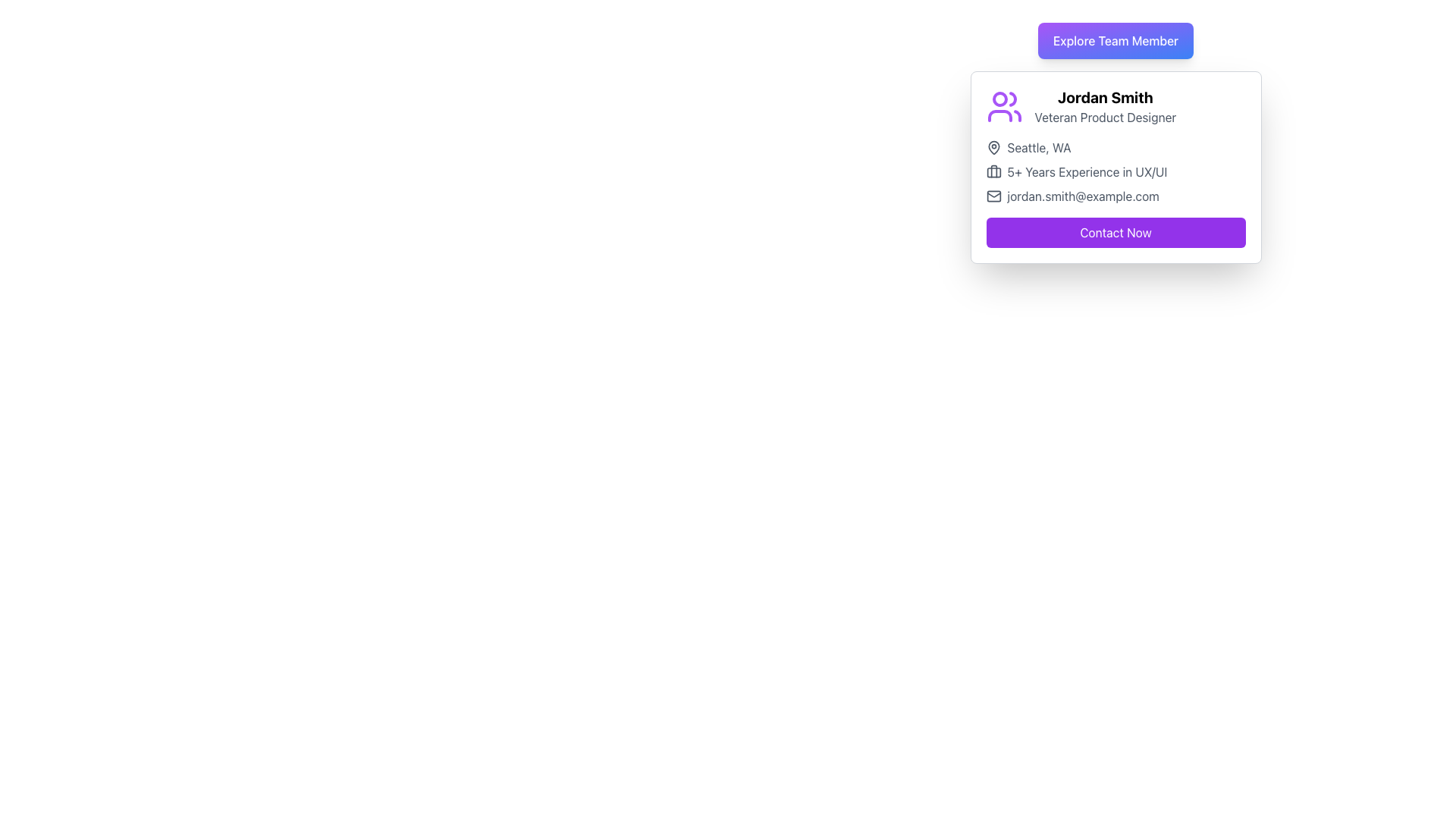 This screenshot has width=1456, height=819. What do you see at coordinates (1116, 171) in the screenshot?
I see `summarized professional information about the user displayed in the Information Grouping section of the profile card, located below the header with the name 'Jordan Smith' and title 'Veteran Product Designer'` at bounding box center [1116, 171].